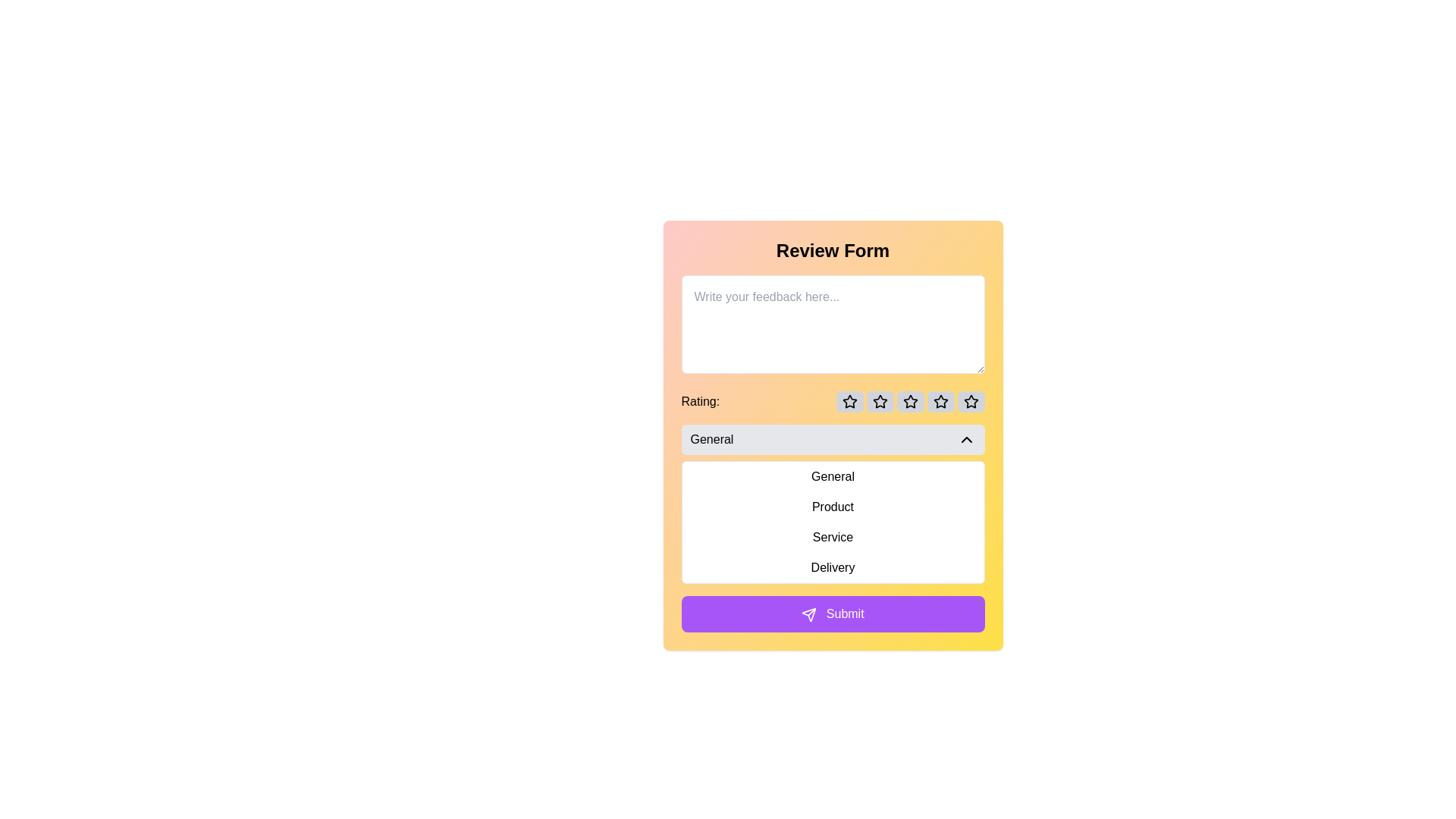  I want to click on the fifth star button in the rating selection, so click(940, 400).